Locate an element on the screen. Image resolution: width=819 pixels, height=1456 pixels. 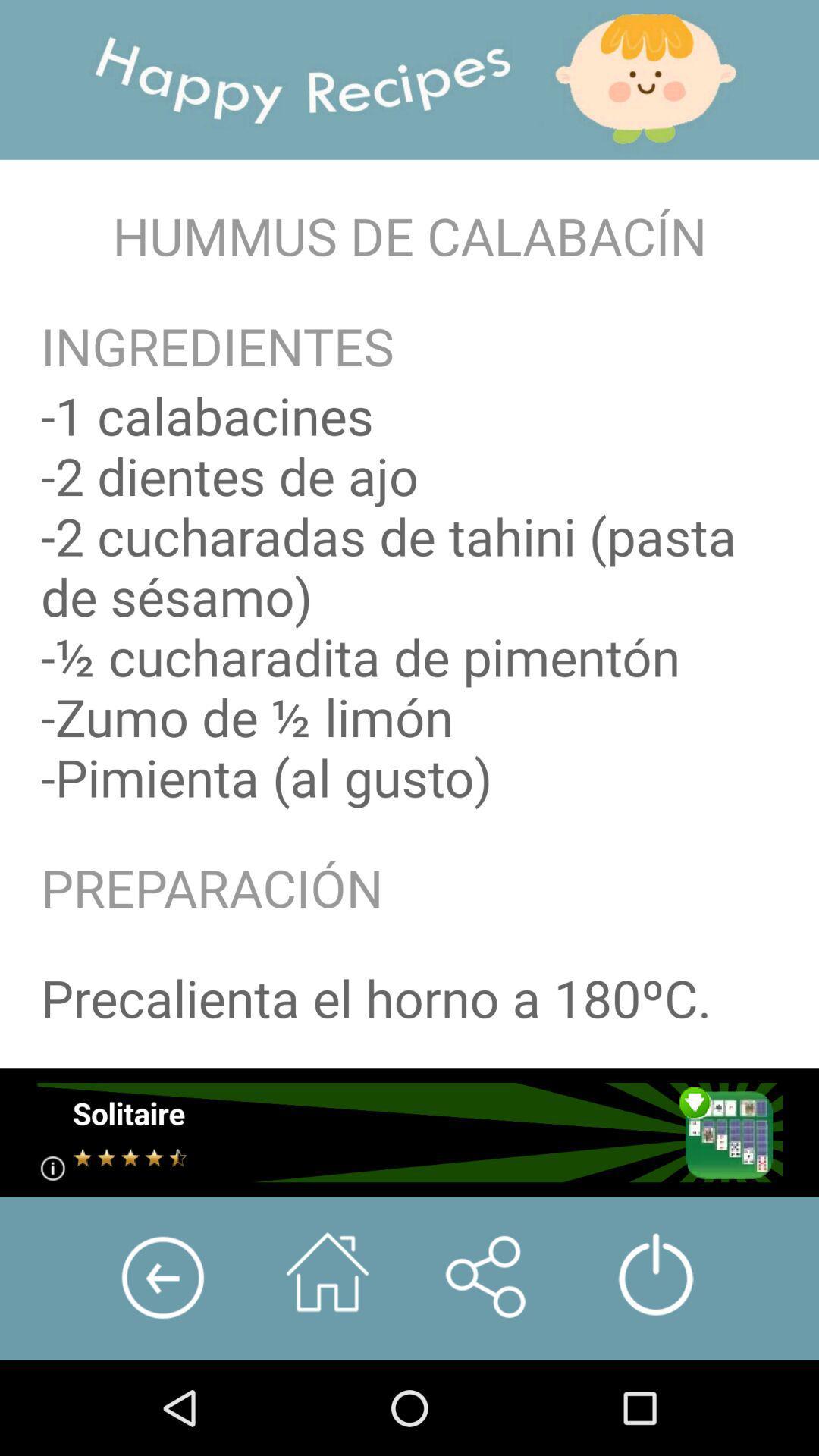
the home icon is located at coordinates (327, 1368).